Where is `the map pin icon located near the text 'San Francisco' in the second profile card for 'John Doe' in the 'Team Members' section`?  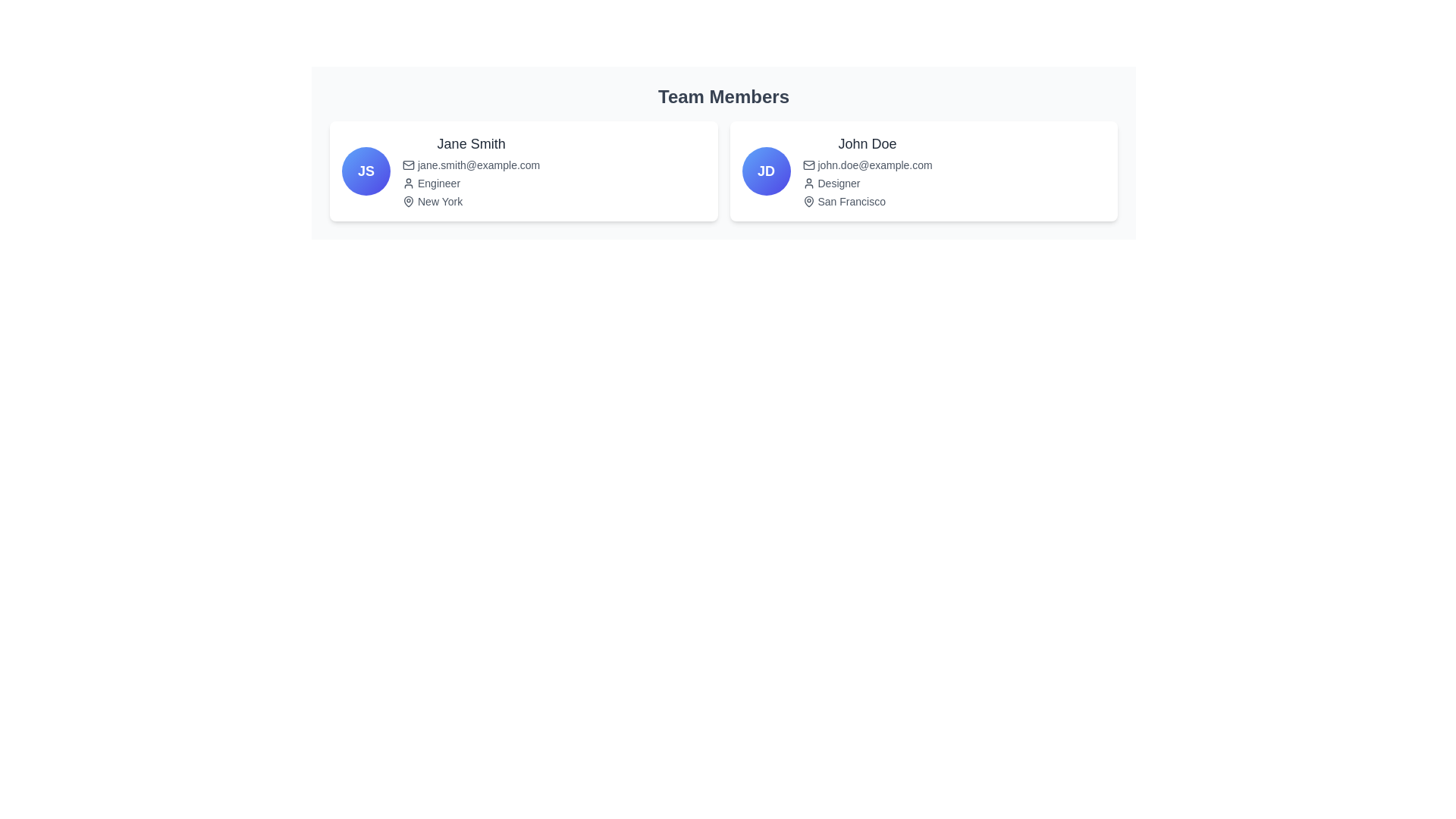 the map pin icon located near the text 'San Francisco' in the second profile card for 'John Doe' in the 'Team Members' section is located at coordinates (808, 201).